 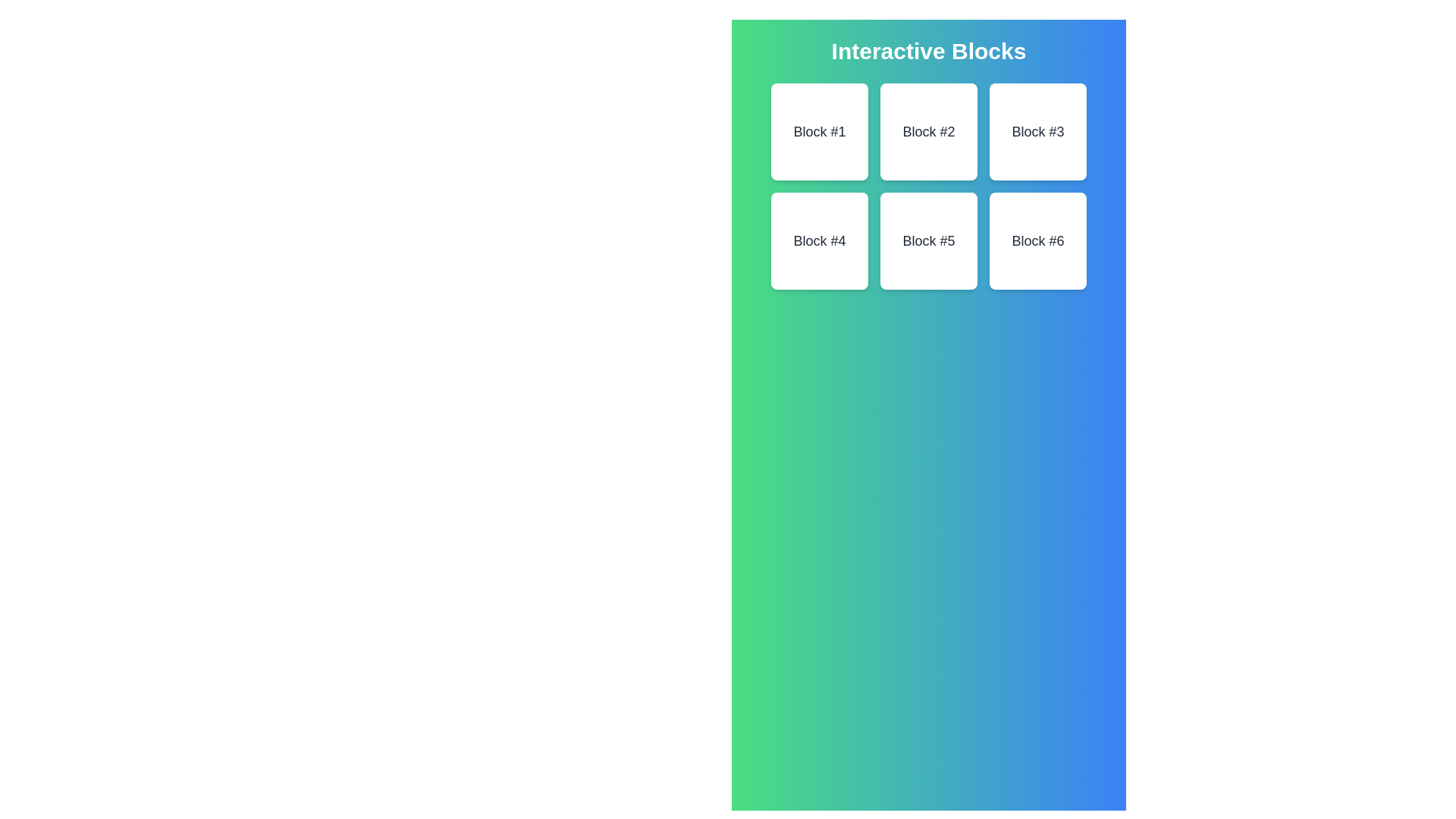 I want to click on text label 'Block #3' which is displayed in a bold font inside the third card of a 3x2 grid layout, so click(x=1037, y=130).